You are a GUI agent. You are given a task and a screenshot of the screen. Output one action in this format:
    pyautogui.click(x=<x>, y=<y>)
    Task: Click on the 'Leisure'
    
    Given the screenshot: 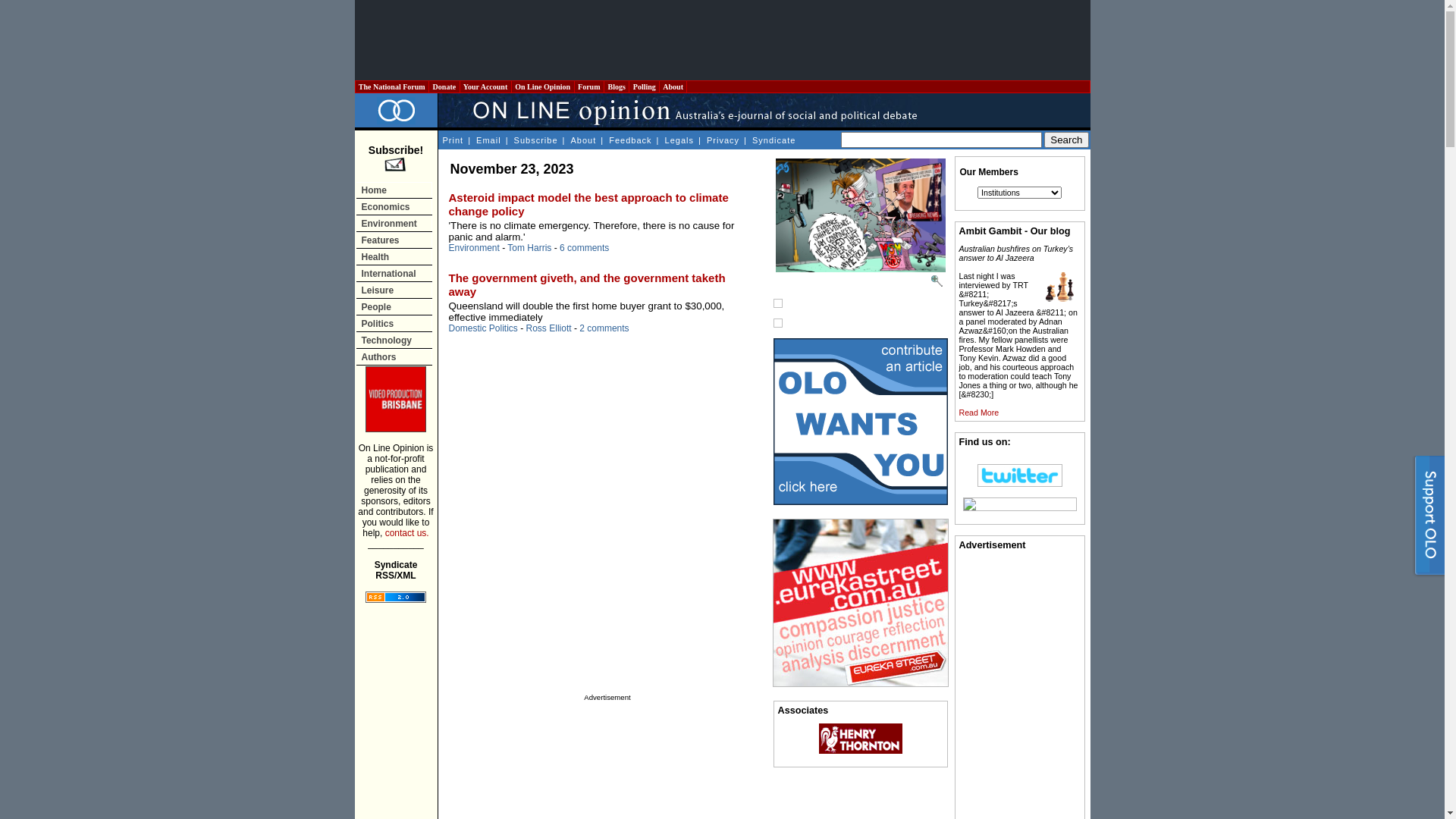 What is the action you would take?
    pyautogui.click(x=356, y=290)
    